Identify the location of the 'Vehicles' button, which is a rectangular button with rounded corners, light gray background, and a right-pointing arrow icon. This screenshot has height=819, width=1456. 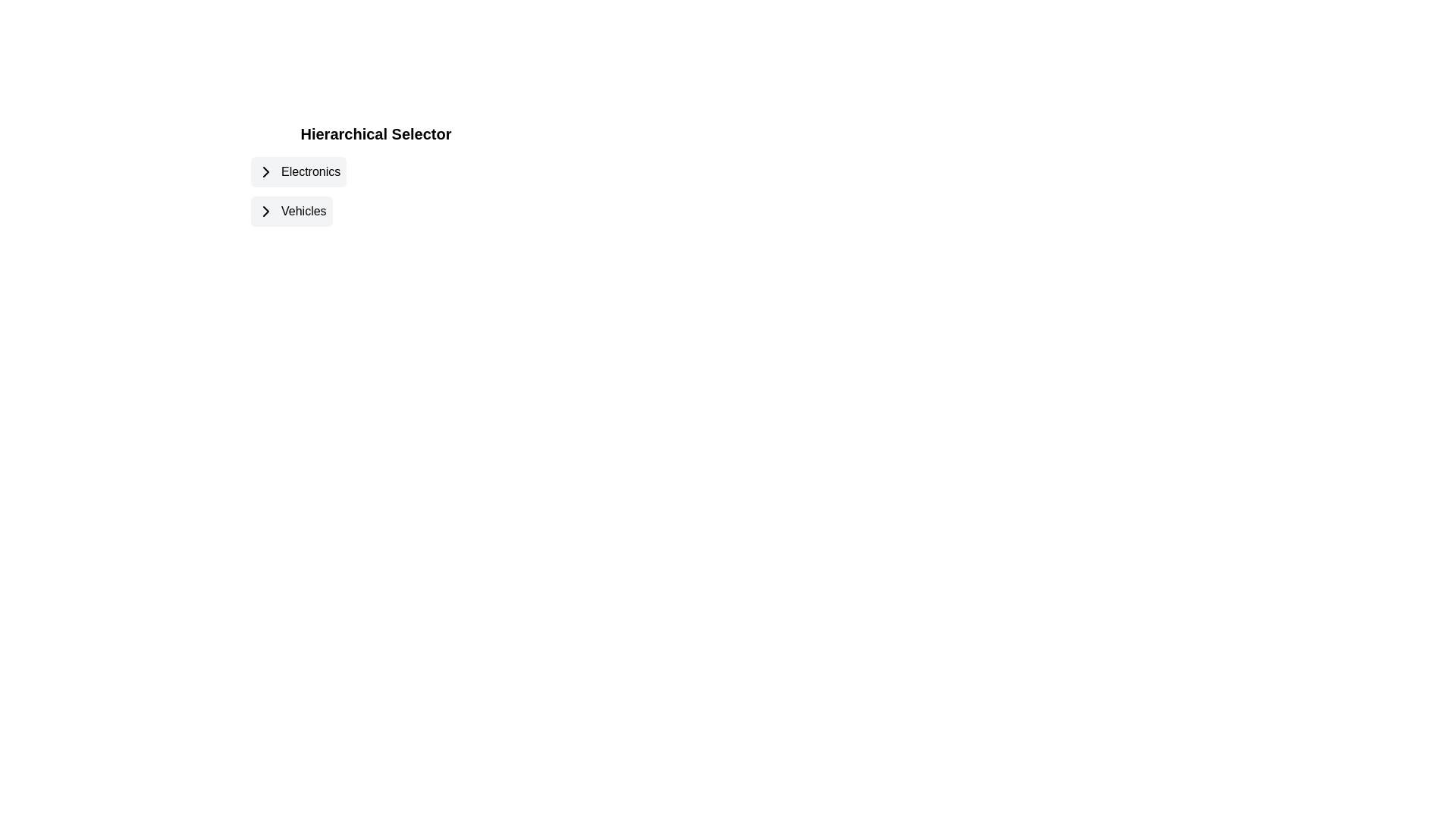
(291, 211).